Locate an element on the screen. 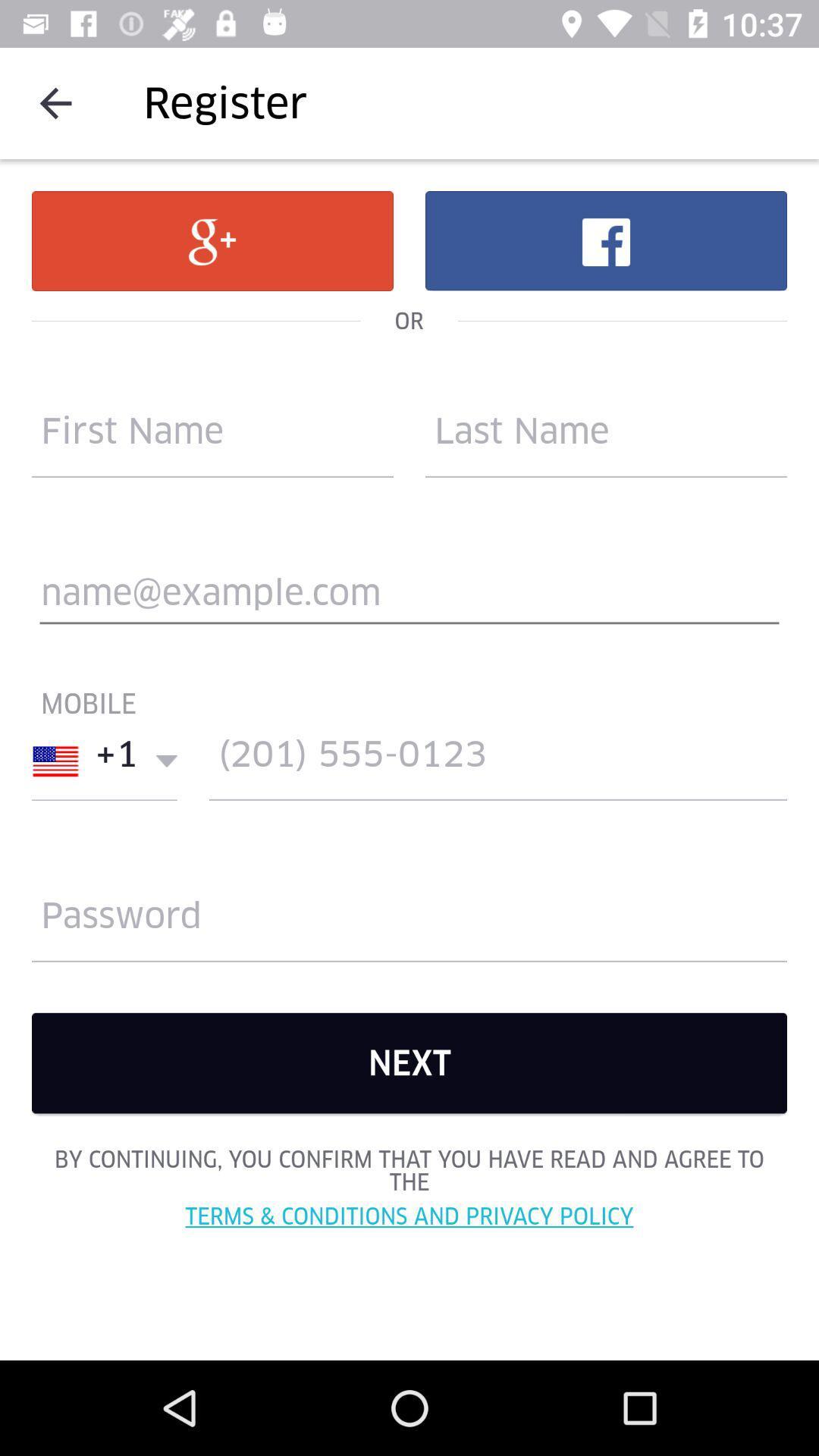 This screenshot has width=819, height=1456. email address is located at coordinates (409, 599).